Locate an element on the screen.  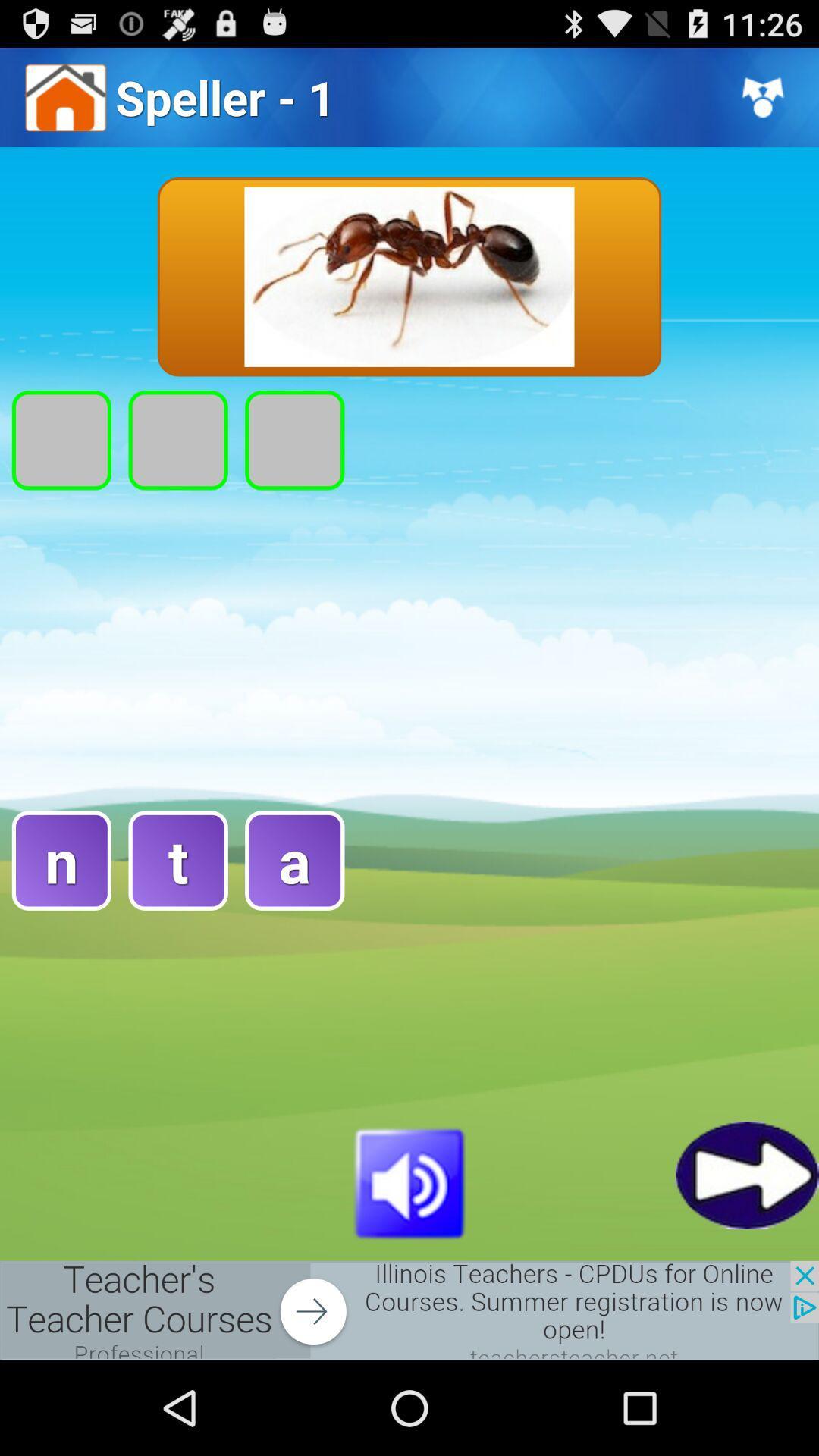
next is located at coordinates (746, 1174).